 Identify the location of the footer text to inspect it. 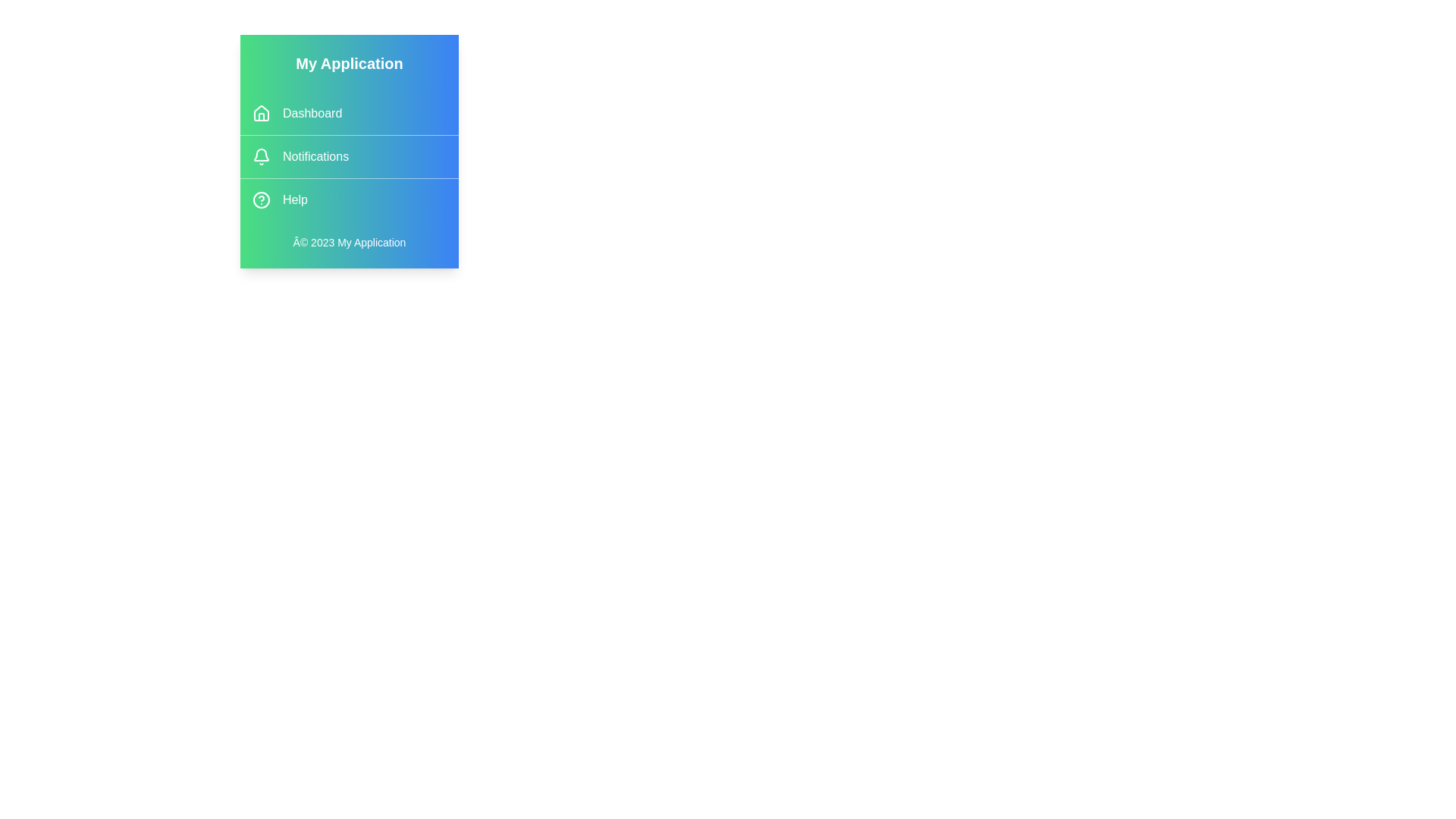
(348, 242).